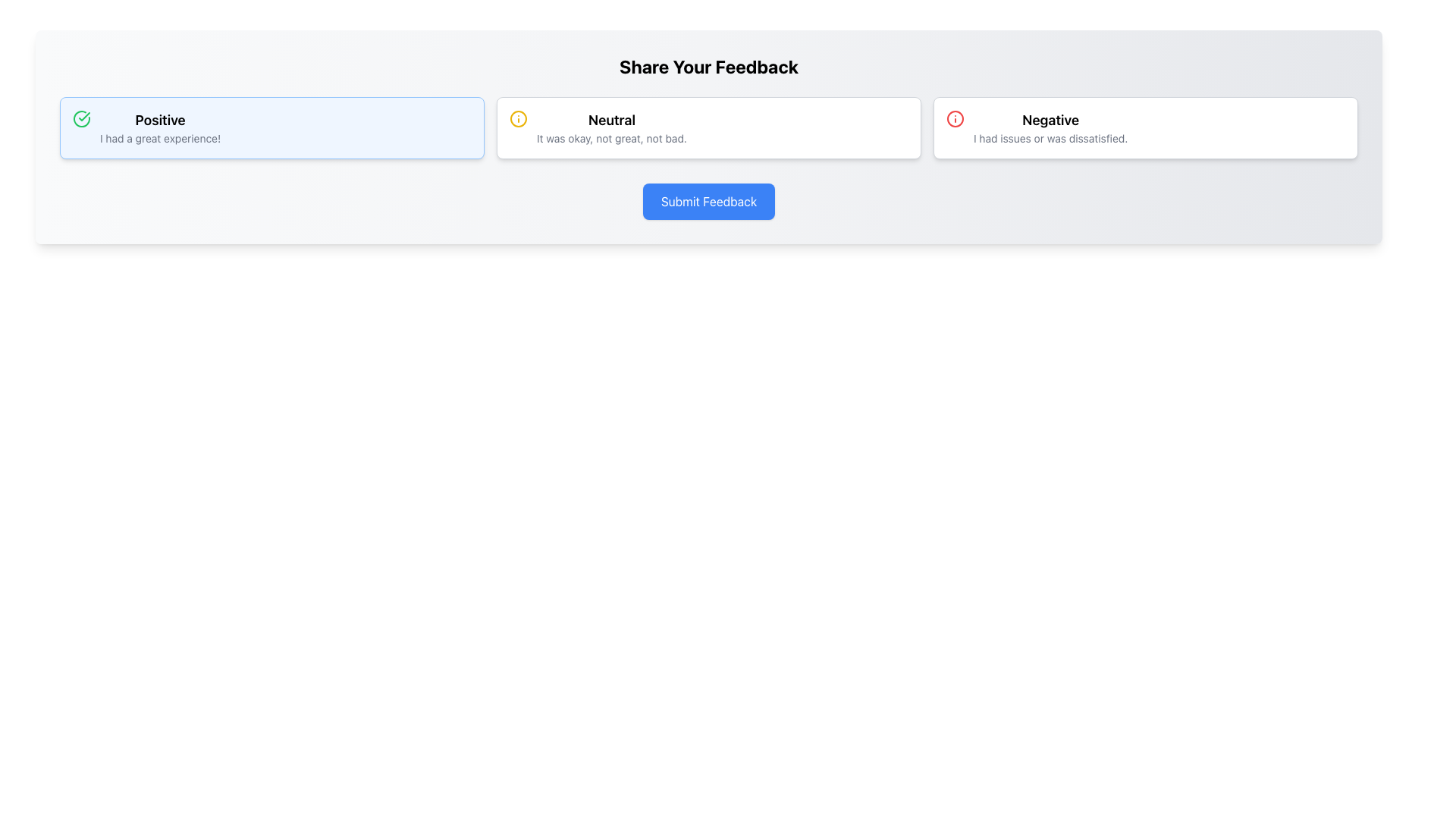  Describe the element at coordinates (1050, 138) in the screenshot. I see `the static text element that reads 'I had issues or was dissatisfied.' located below the title 'Negative' in the card interface` at that location.